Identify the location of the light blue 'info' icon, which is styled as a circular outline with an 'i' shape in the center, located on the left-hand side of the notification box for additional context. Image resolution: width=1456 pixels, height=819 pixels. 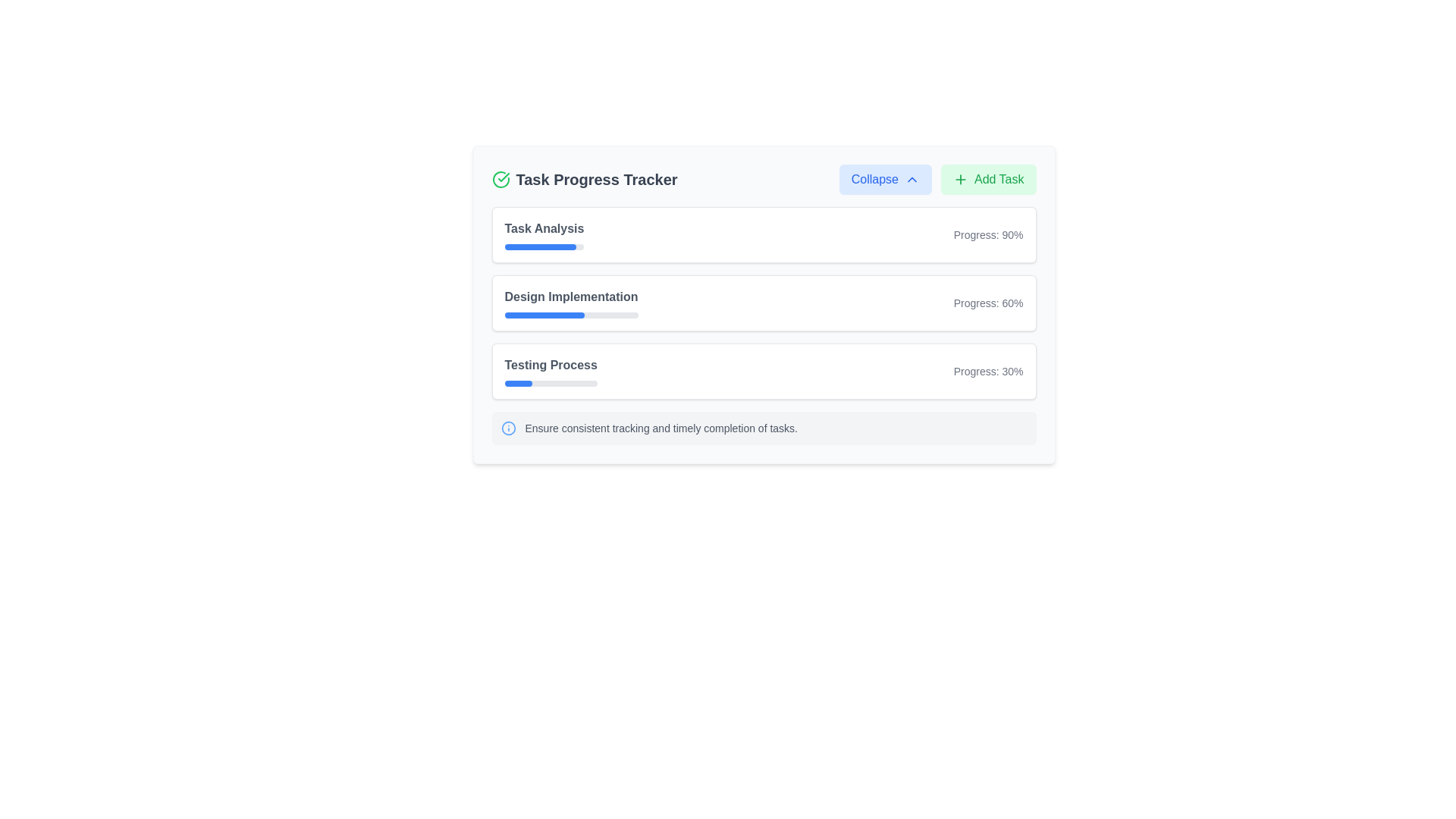
(508, 428).